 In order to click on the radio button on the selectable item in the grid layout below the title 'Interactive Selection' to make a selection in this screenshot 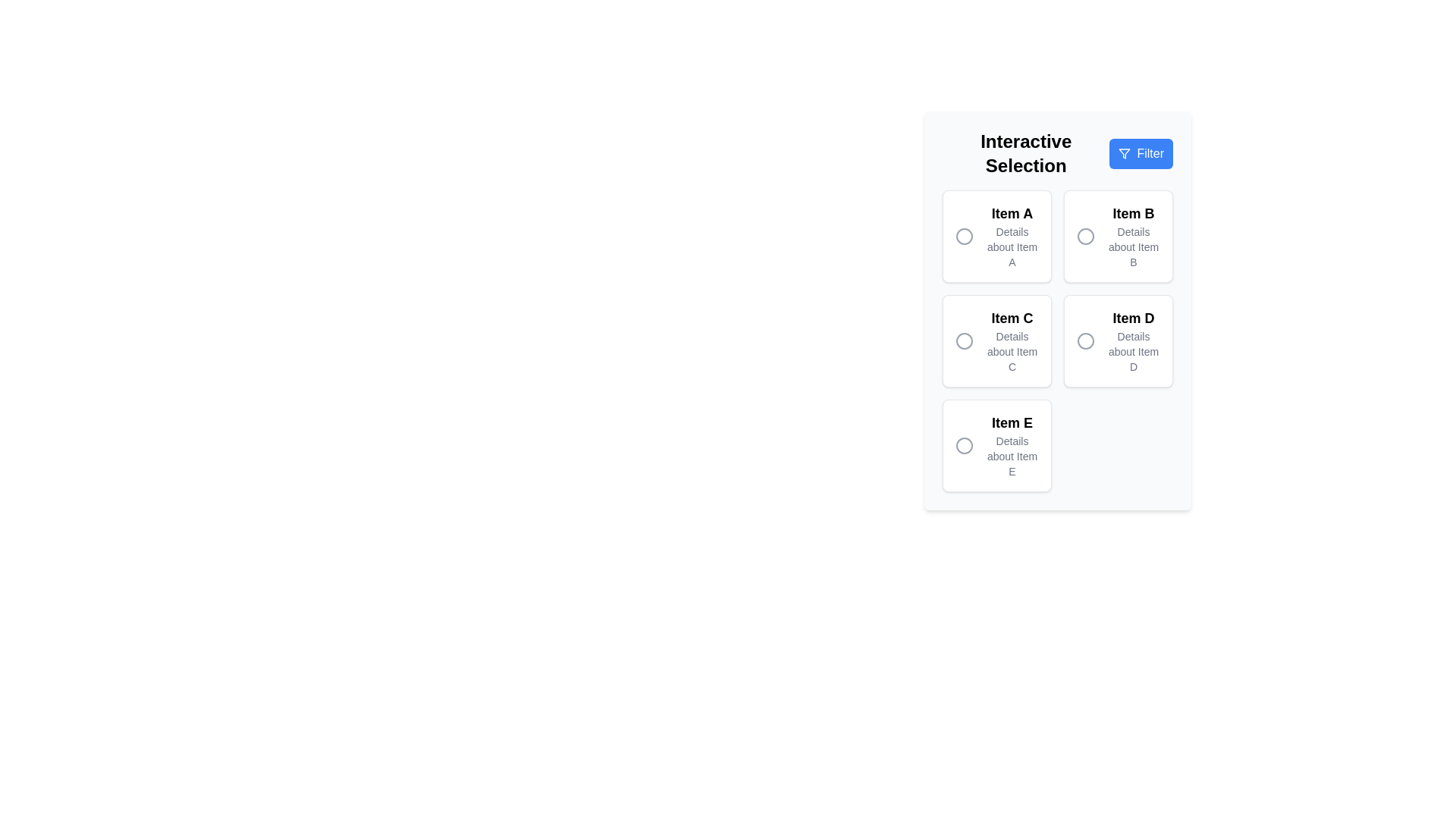, I will do `click(1057, 341)`.